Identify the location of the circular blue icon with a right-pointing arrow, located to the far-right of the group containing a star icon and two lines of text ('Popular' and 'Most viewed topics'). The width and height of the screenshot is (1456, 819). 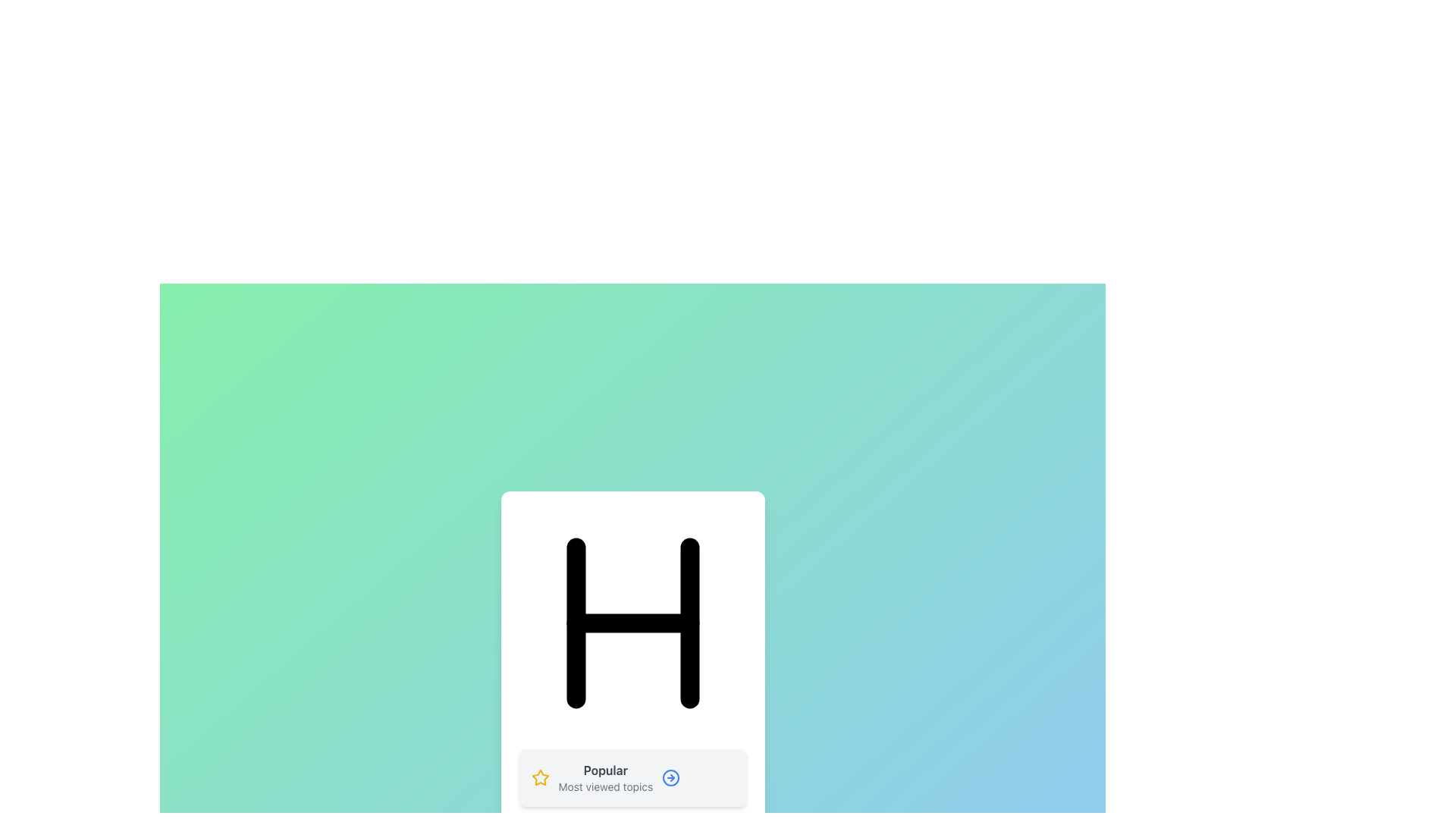
(670, 778).